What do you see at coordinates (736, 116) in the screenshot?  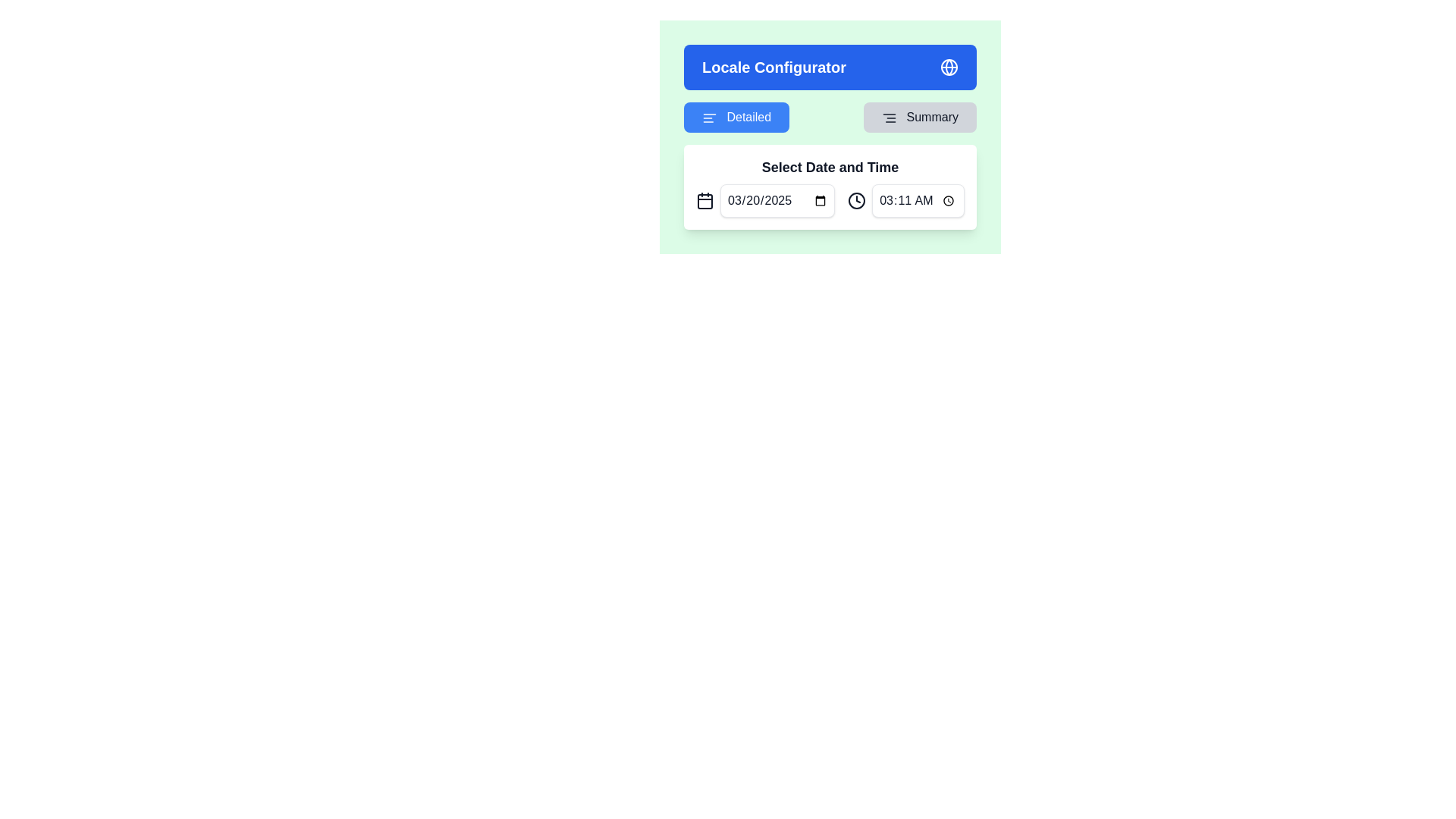 I see `the blue rectangular button labeled 'Detailed' for keyboard interactions` at bounding box center [736, 116].